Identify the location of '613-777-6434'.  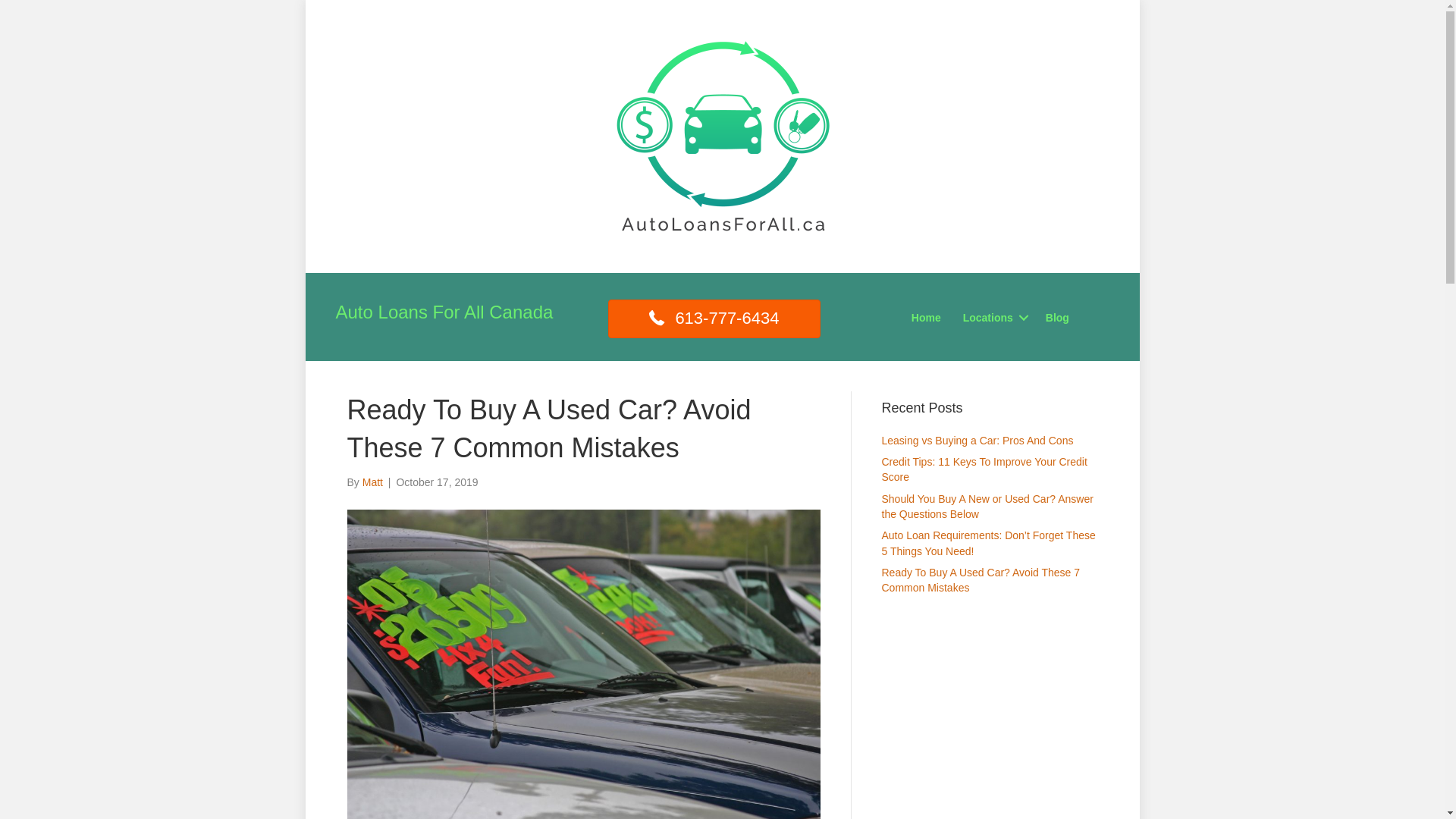
(713, 318).